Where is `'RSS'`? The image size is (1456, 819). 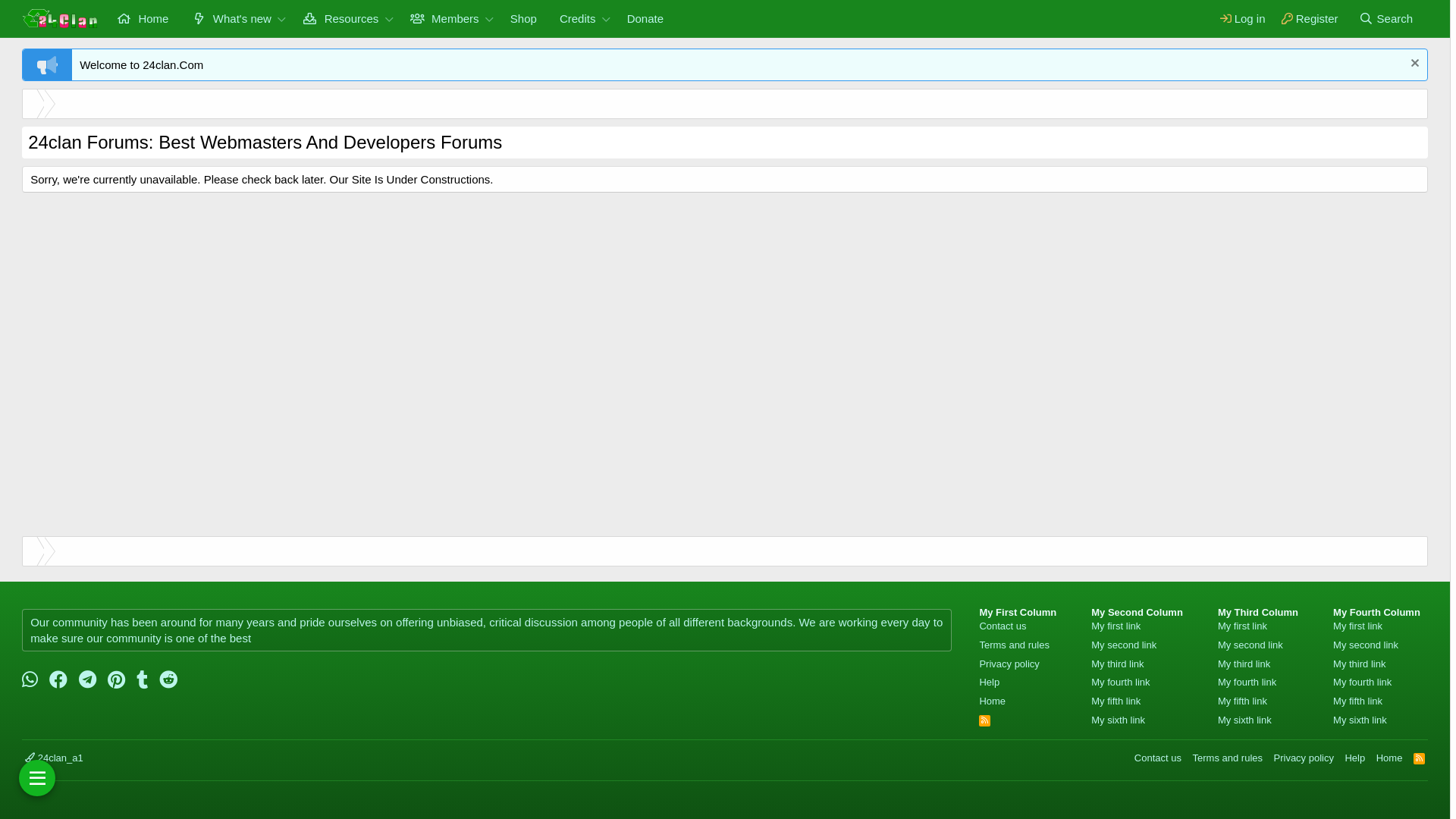
'RSS' is located at coordinates (1418, 758).